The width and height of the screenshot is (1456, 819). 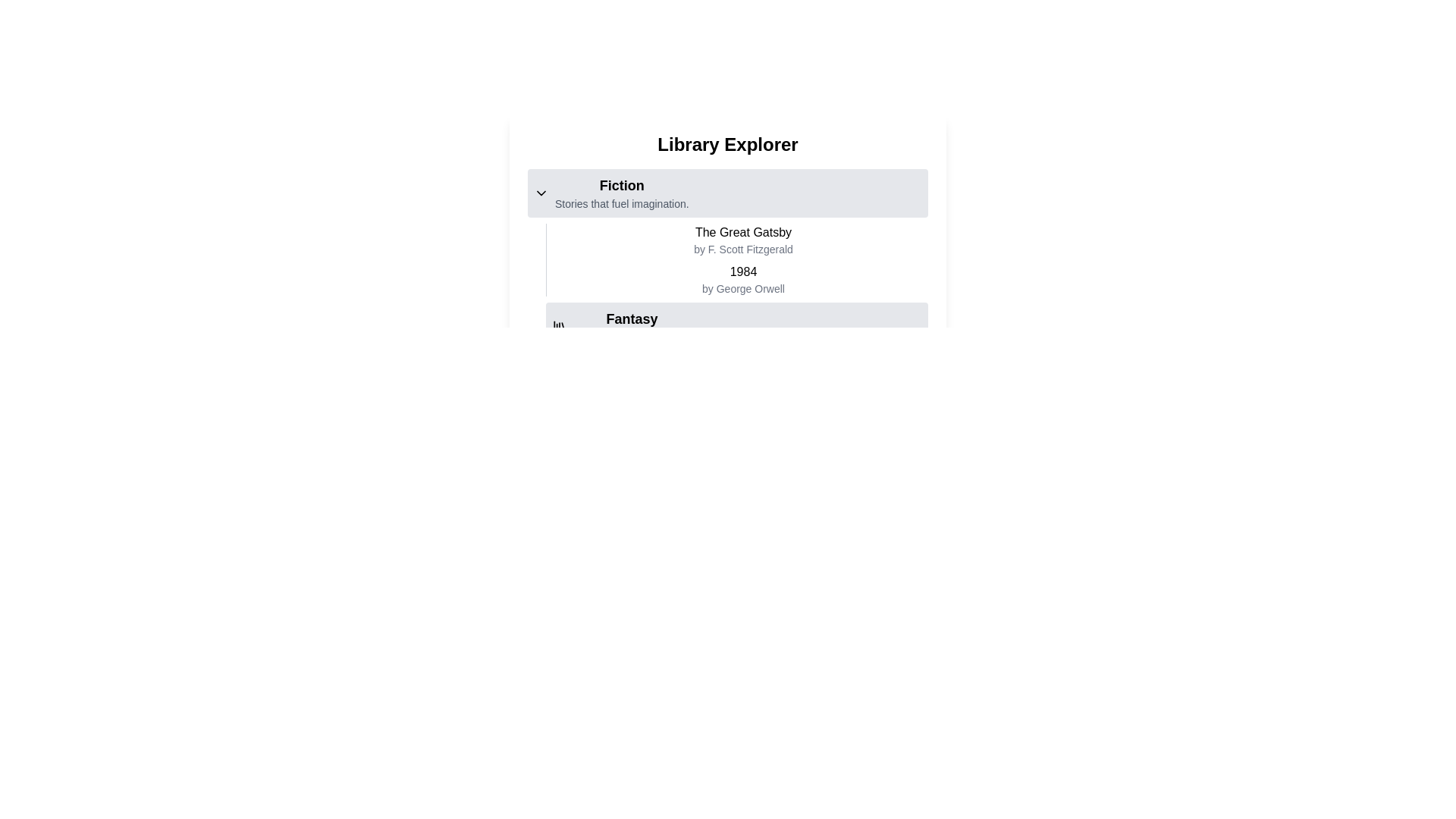 What do you see at coordinates (743, 289) in the screenshot?
I see `the text label displaying 'by George Orwell', which is styled in a smaller font size and lighter gray color, positioned beneath the title '1984' in the Fiction section` at bounding box center [743, 289].